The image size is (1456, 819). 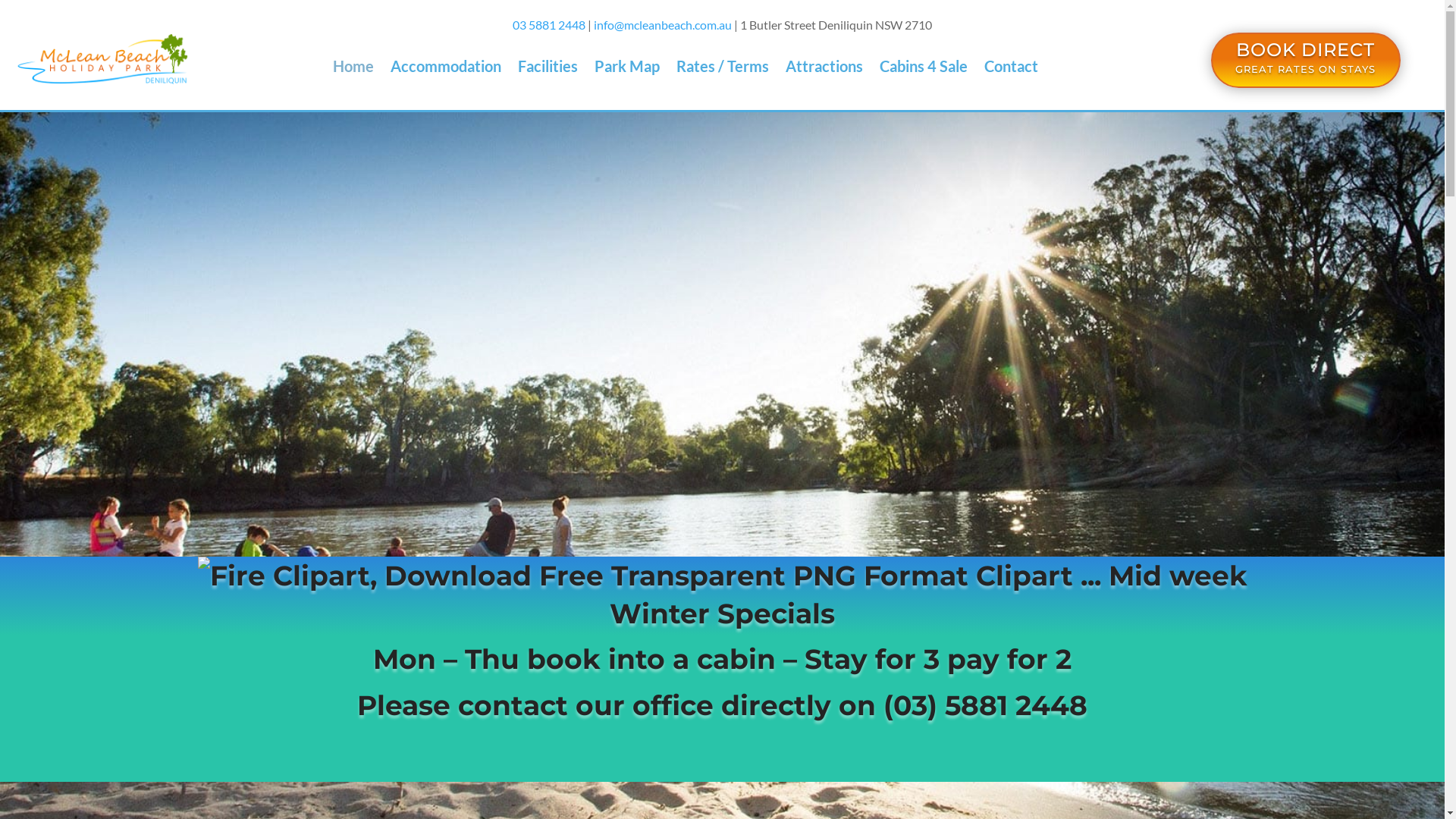 I want to click on 'Accommodation', so click(x=445, y=69).